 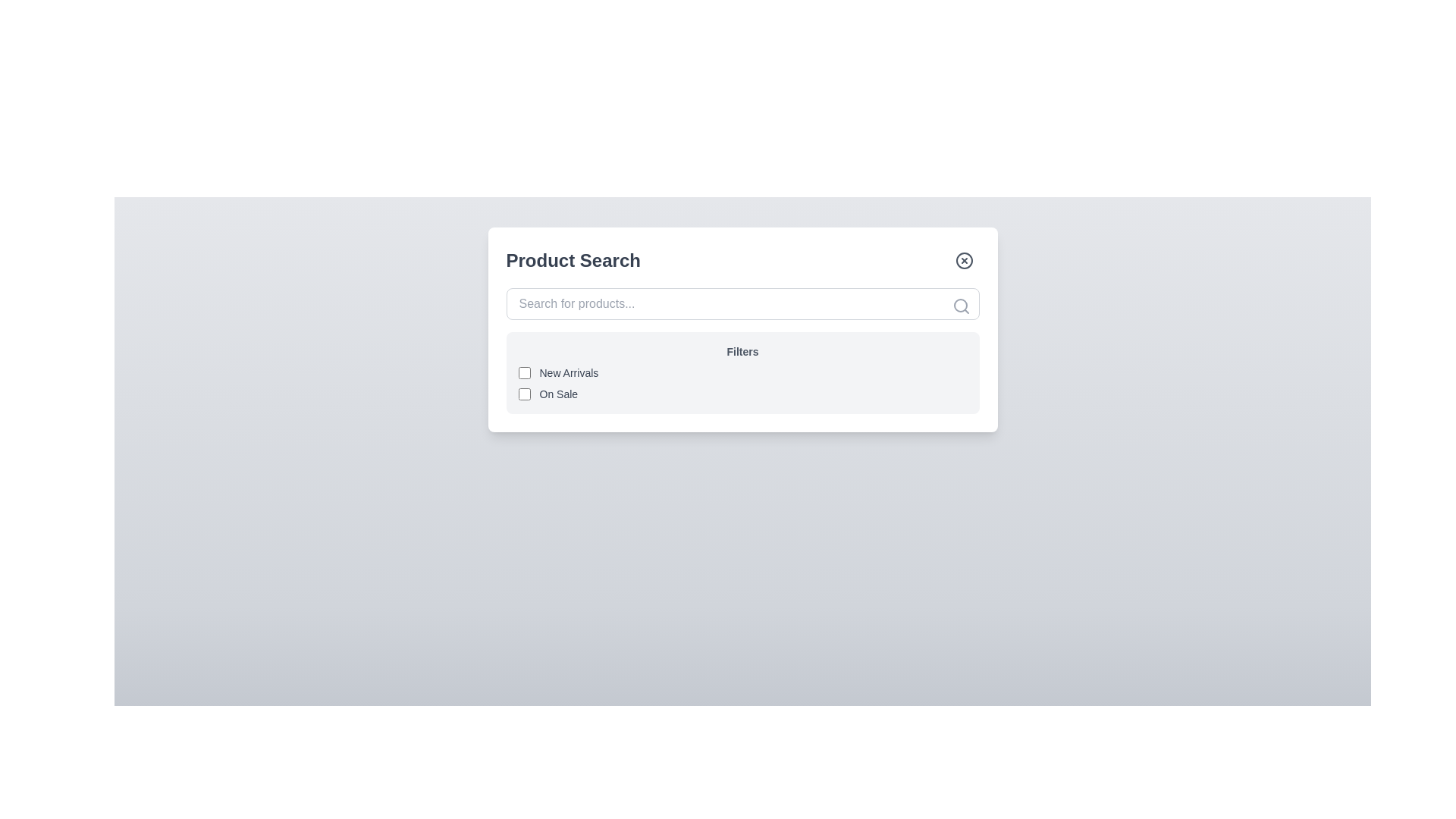 What do you see at coordinates (959, 305) in the screenshot?
I see `the SVG circle component of the magnifying glass icon located at the right end of the 'Product Search' input bar` at bounding box center [959, 305].